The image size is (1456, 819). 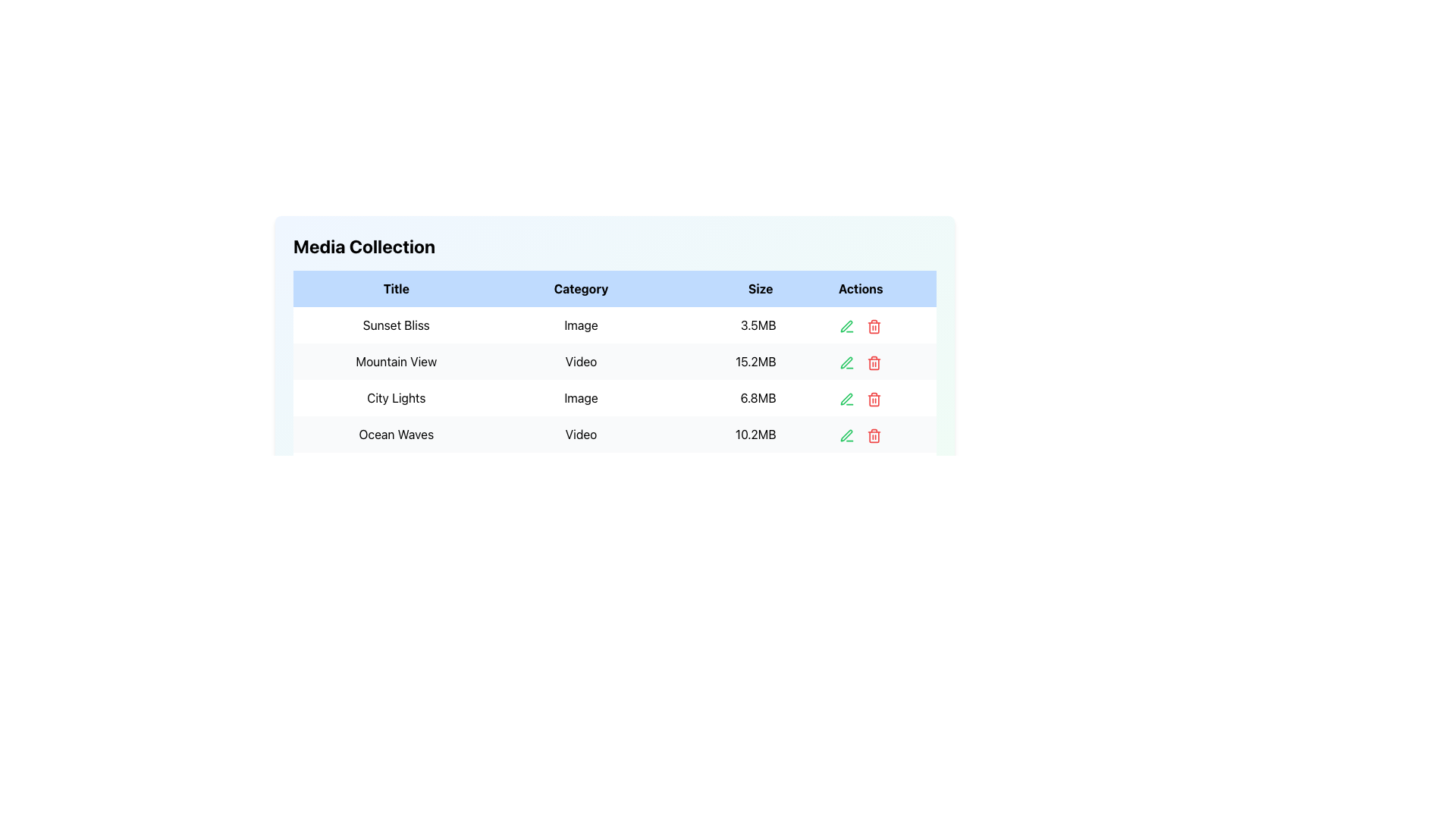 I want to click on the empty table cell in the last column of the last row, which is part of the 'Actions' column, so click(x=861, y=470).